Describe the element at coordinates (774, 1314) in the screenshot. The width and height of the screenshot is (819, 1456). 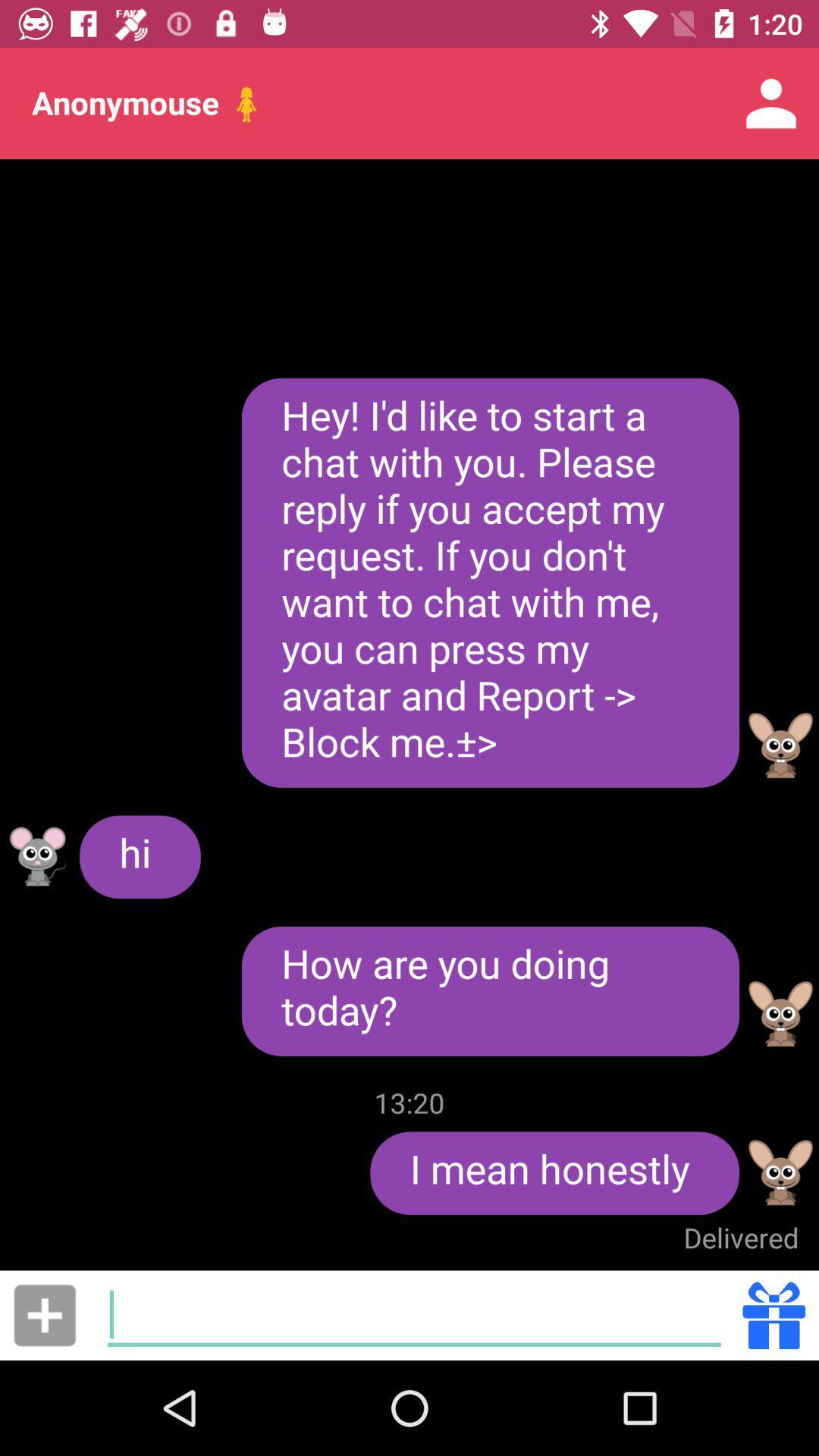
I see `the gift box image option down below  right of the page` at that location.